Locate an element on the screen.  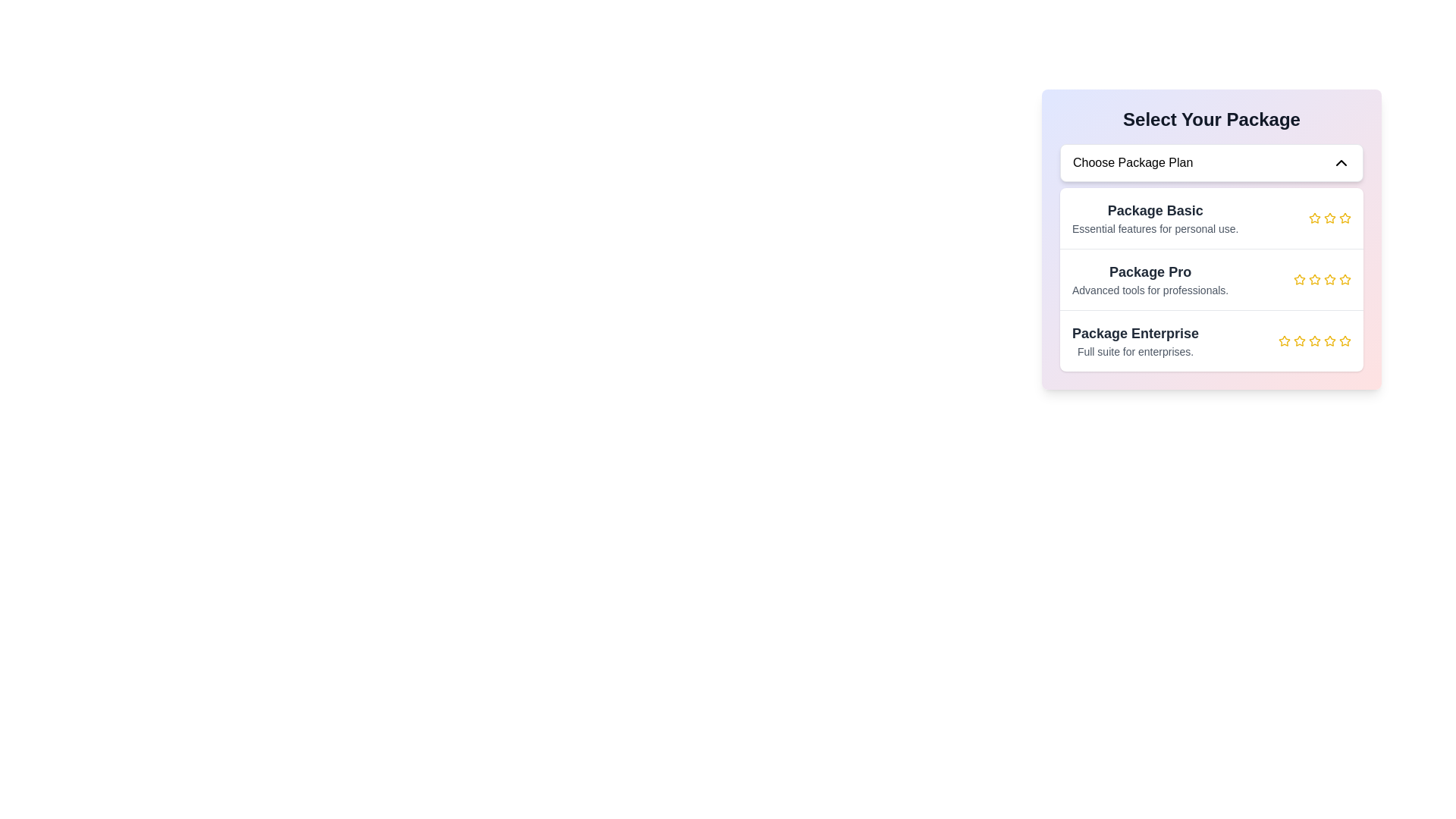
the fourth star icon in the horizontal row of five stars for 'Package Enterprise' is located at coordinates (1313, 341).